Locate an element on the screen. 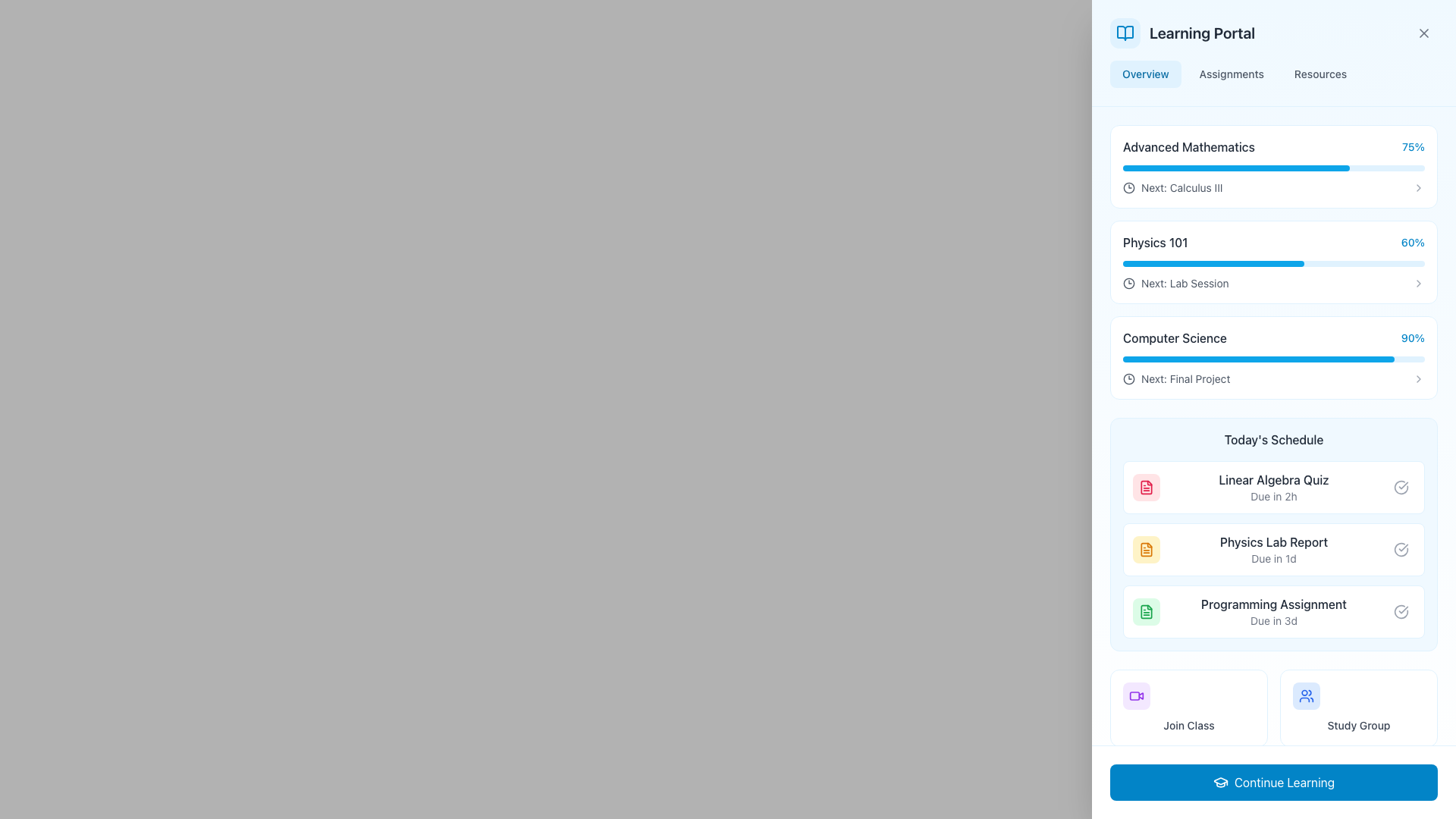  the second item in the 'Today's Schedule' list, which represents a specific assignment is located at coordinates (1274, 550).